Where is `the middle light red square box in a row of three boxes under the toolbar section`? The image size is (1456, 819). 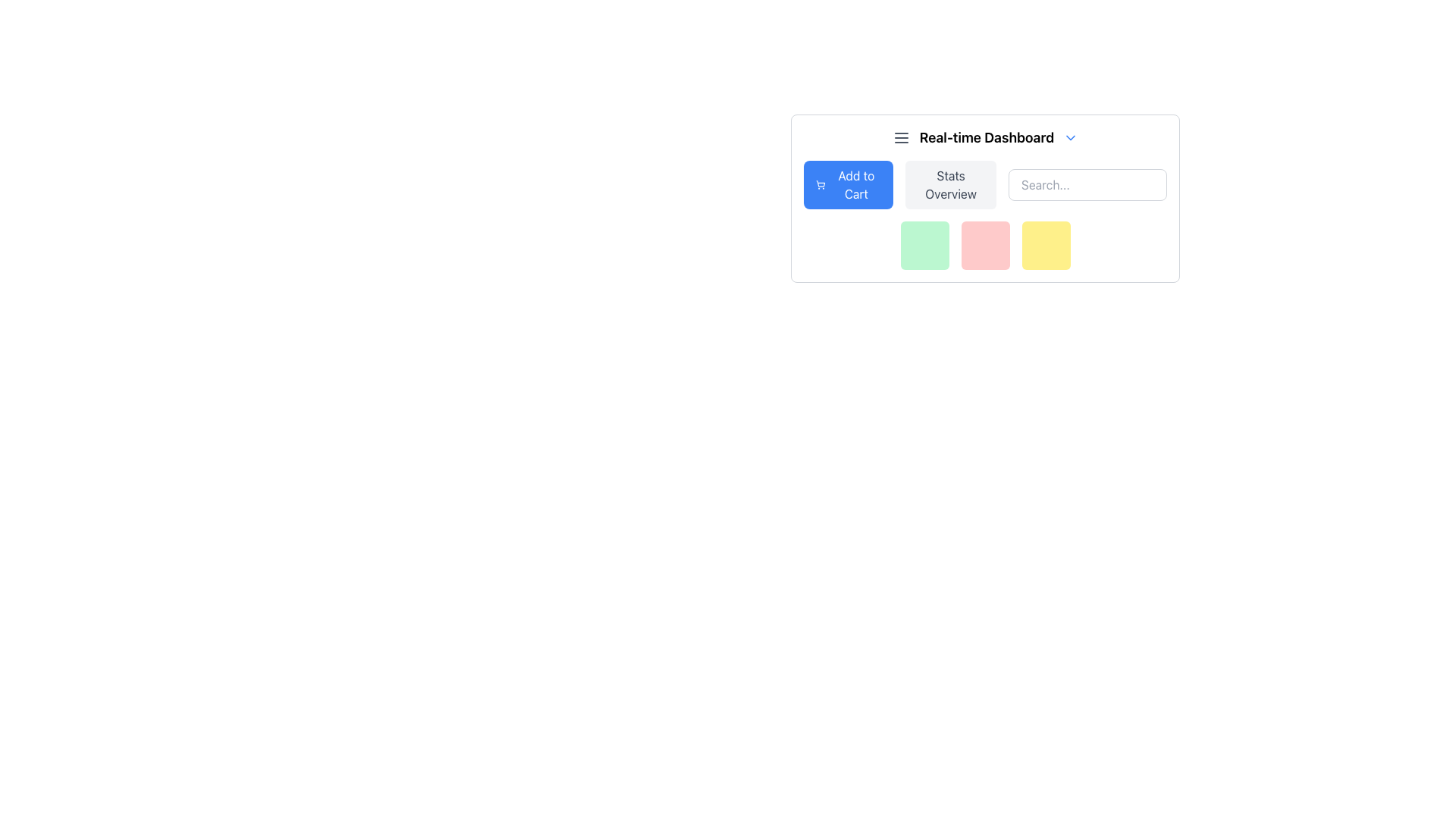 the middle light red square box in a row of three boxes under the toolbar section is located at coordinates (985, 245).